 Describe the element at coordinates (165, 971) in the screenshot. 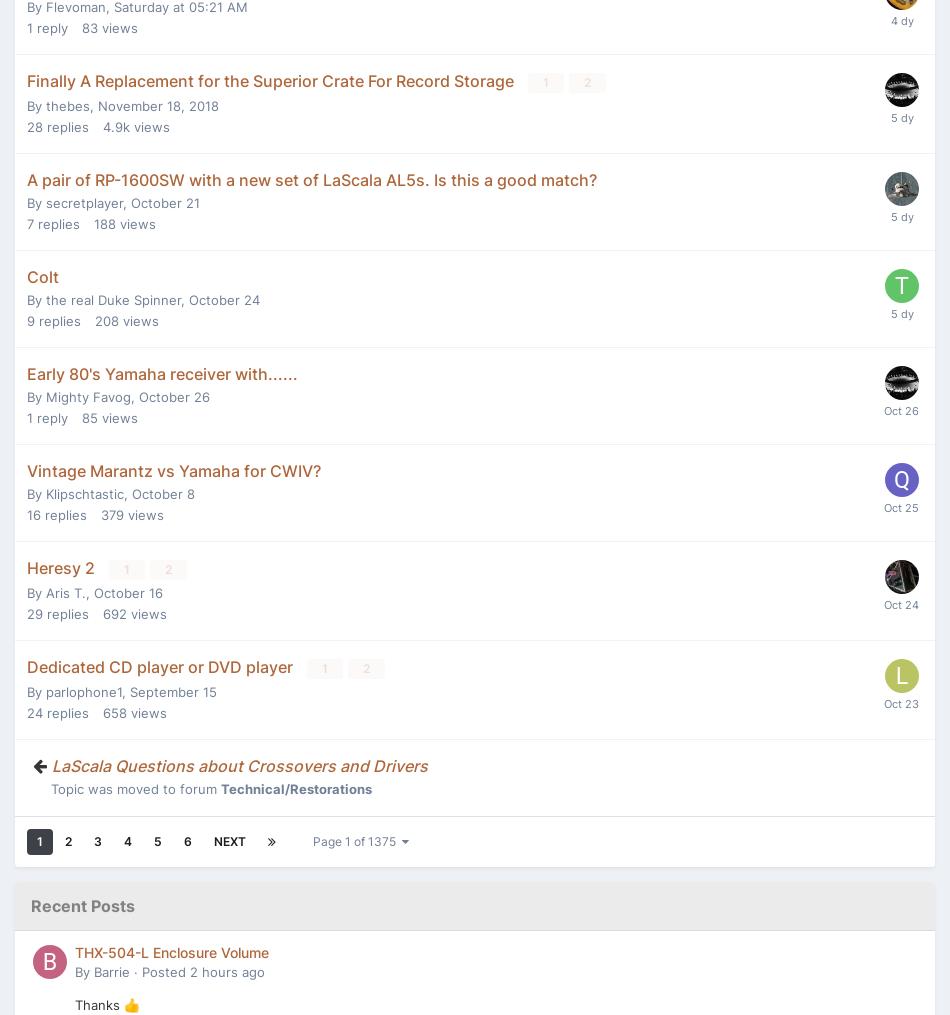

I see `'Posted'` at that location.